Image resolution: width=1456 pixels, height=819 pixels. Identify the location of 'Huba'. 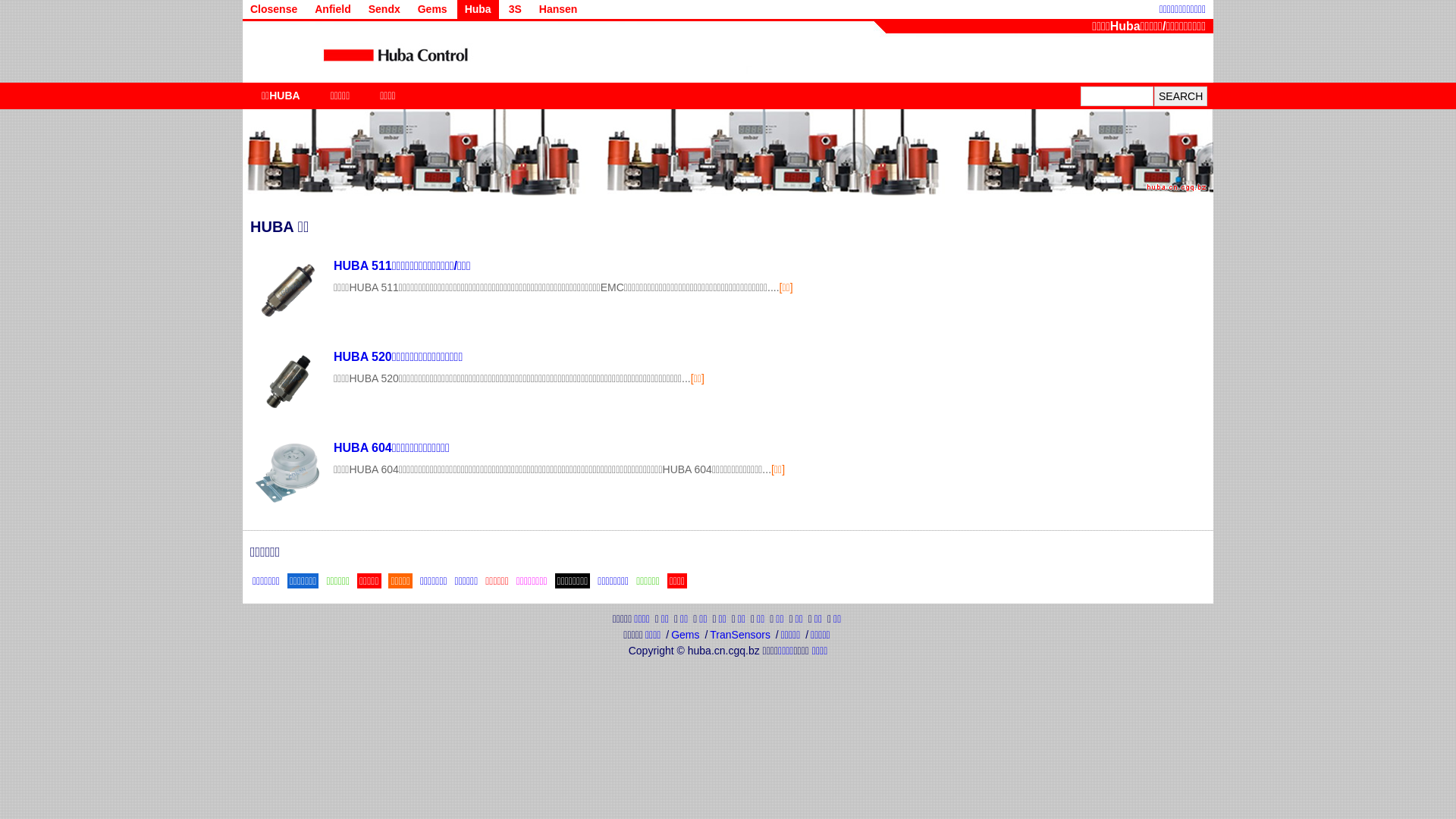
(477, 9).